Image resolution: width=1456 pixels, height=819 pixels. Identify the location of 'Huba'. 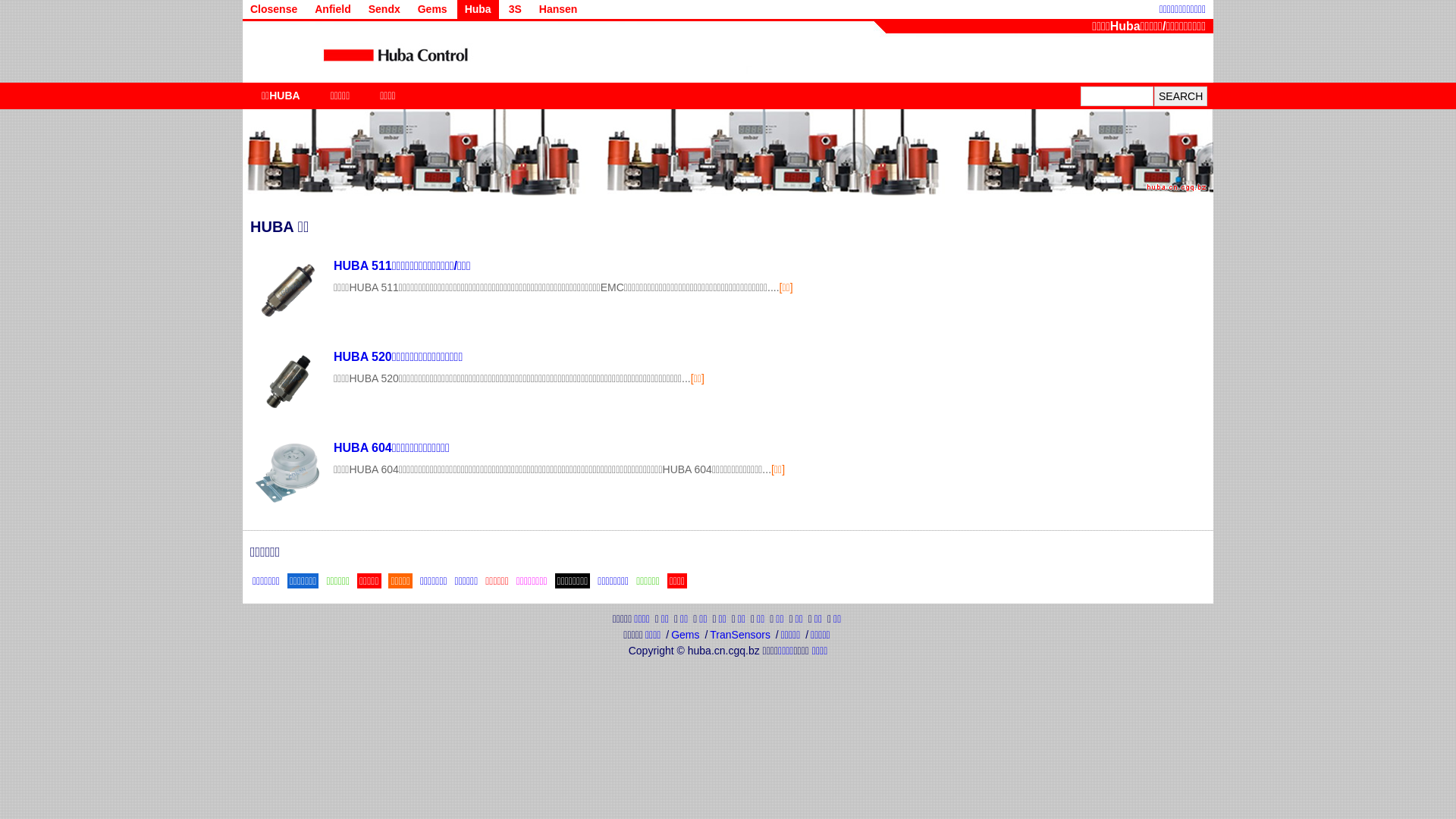
(477, 9).